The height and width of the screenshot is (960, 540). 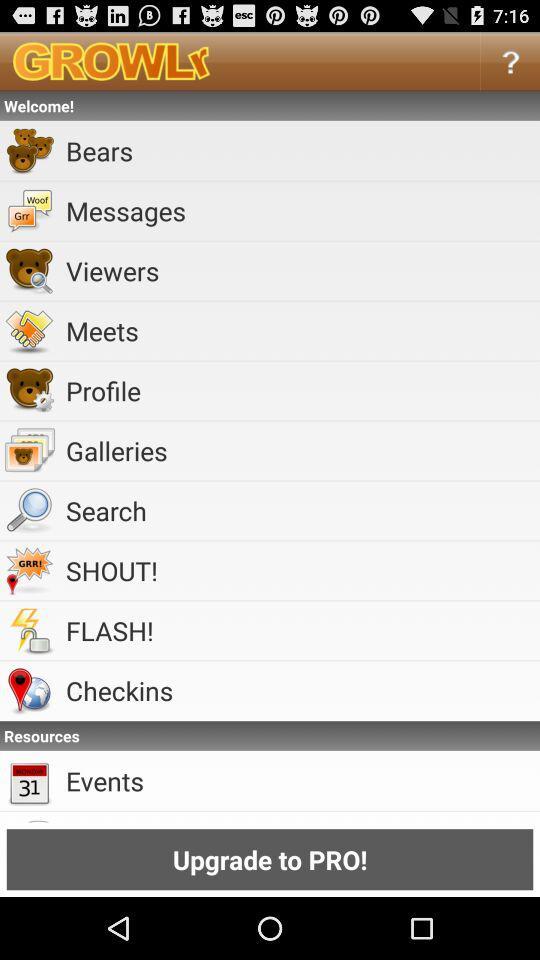 What do you see at coordinates (510, 65) in the screenshot?
I see `the help icon` at bounding box center [510, 65].